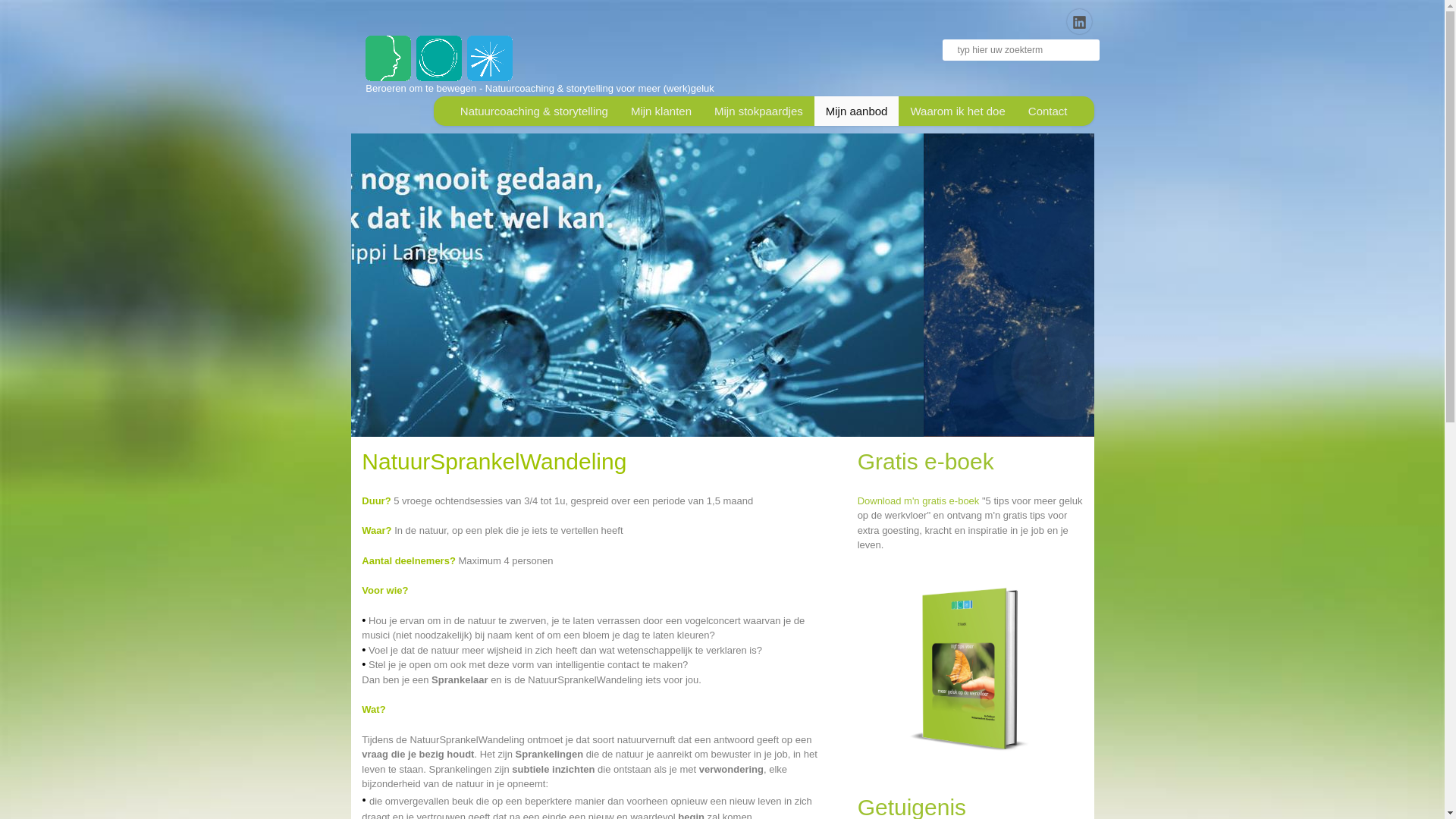 The height and width of the screenshot is (819, 1456). Describe the element at coordinates (534, 109) in the screenshot. I see `'Natuurcoaching & storytelling'` at that location.